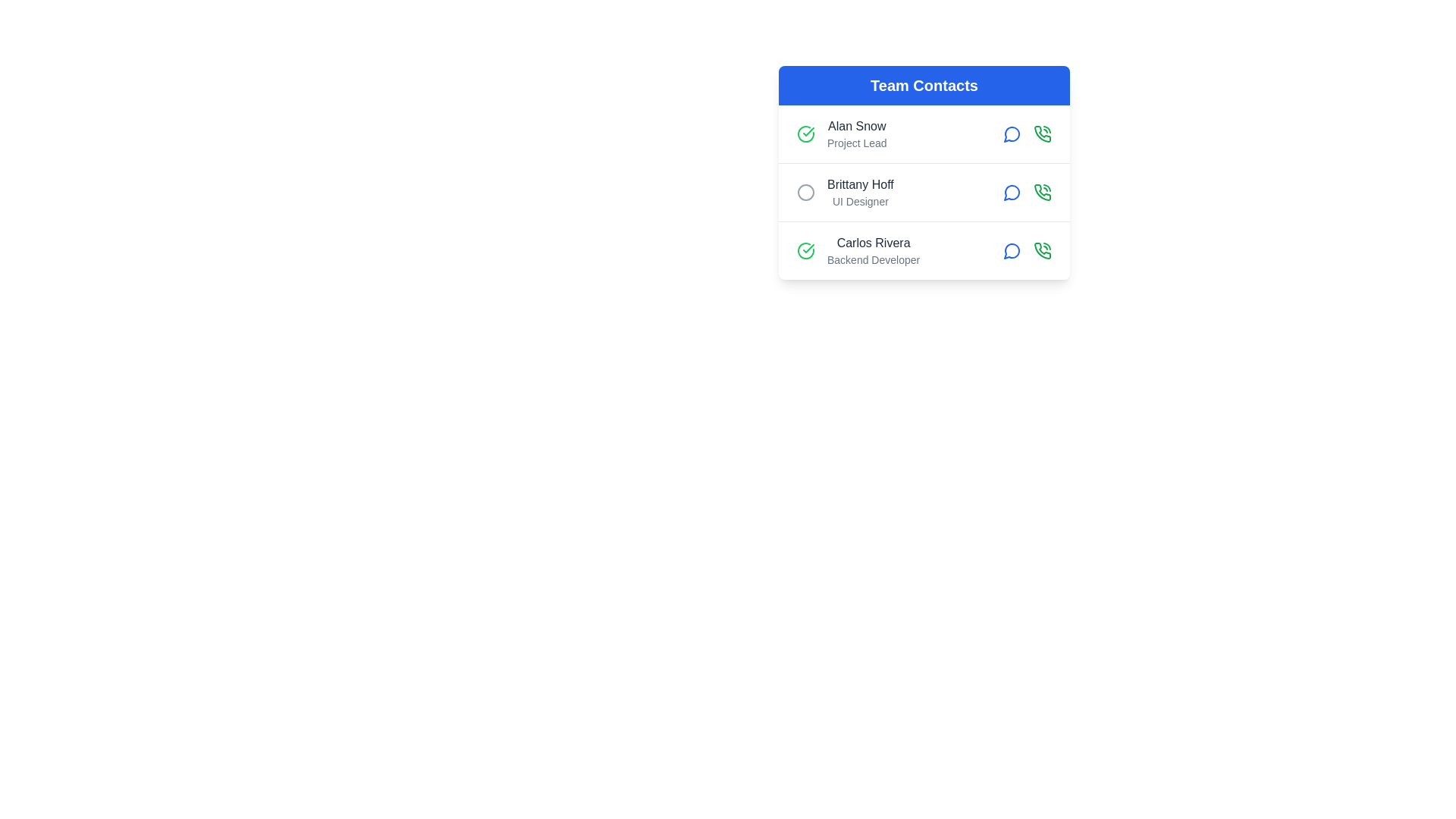 The width and height of the screenshot is (1456, 819). I want to click on the call icon for Carlos Rivera, so click(1041, 250).